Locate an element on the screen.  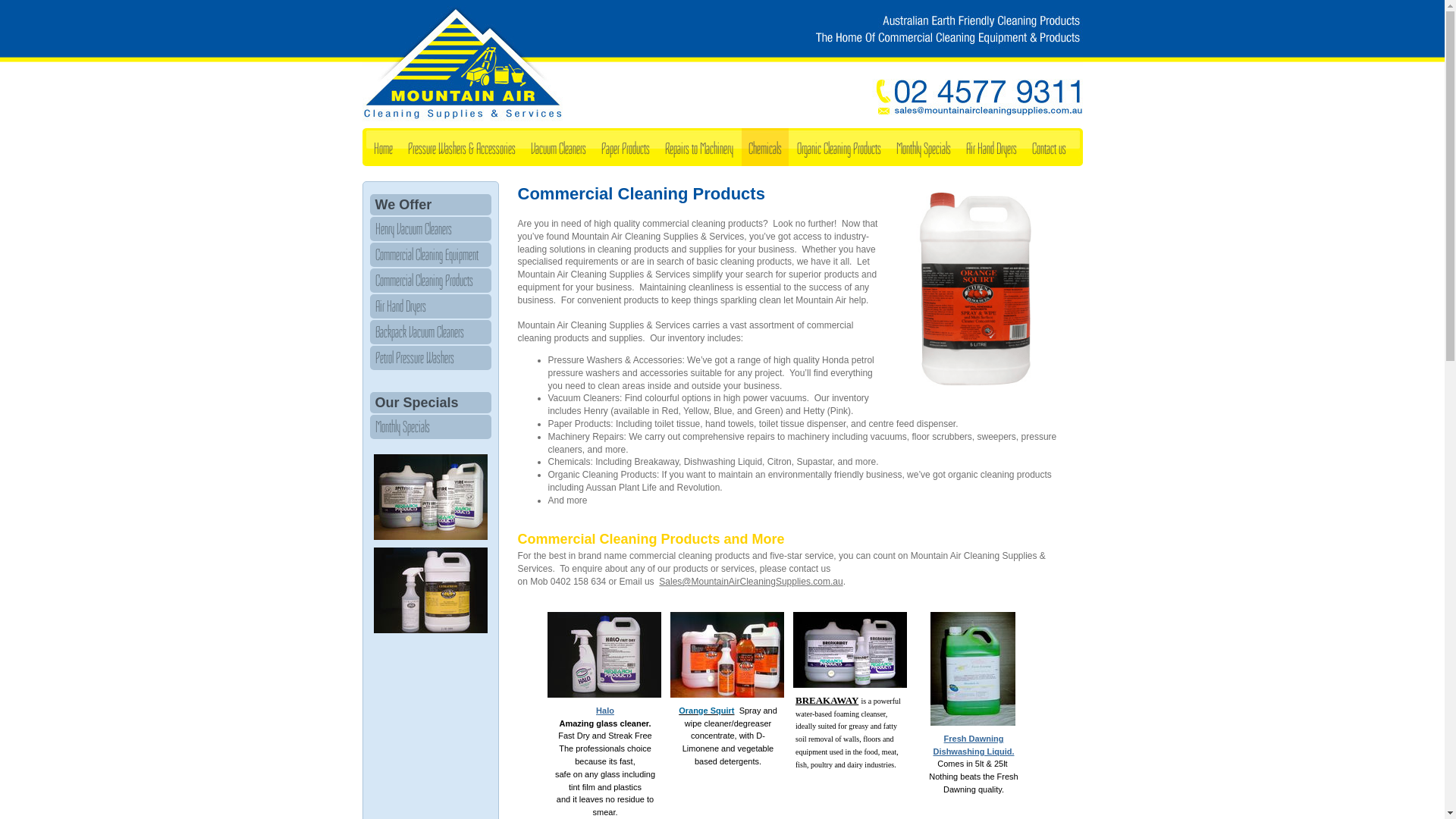
'Chemicals' is located at coordinates (764, 146).